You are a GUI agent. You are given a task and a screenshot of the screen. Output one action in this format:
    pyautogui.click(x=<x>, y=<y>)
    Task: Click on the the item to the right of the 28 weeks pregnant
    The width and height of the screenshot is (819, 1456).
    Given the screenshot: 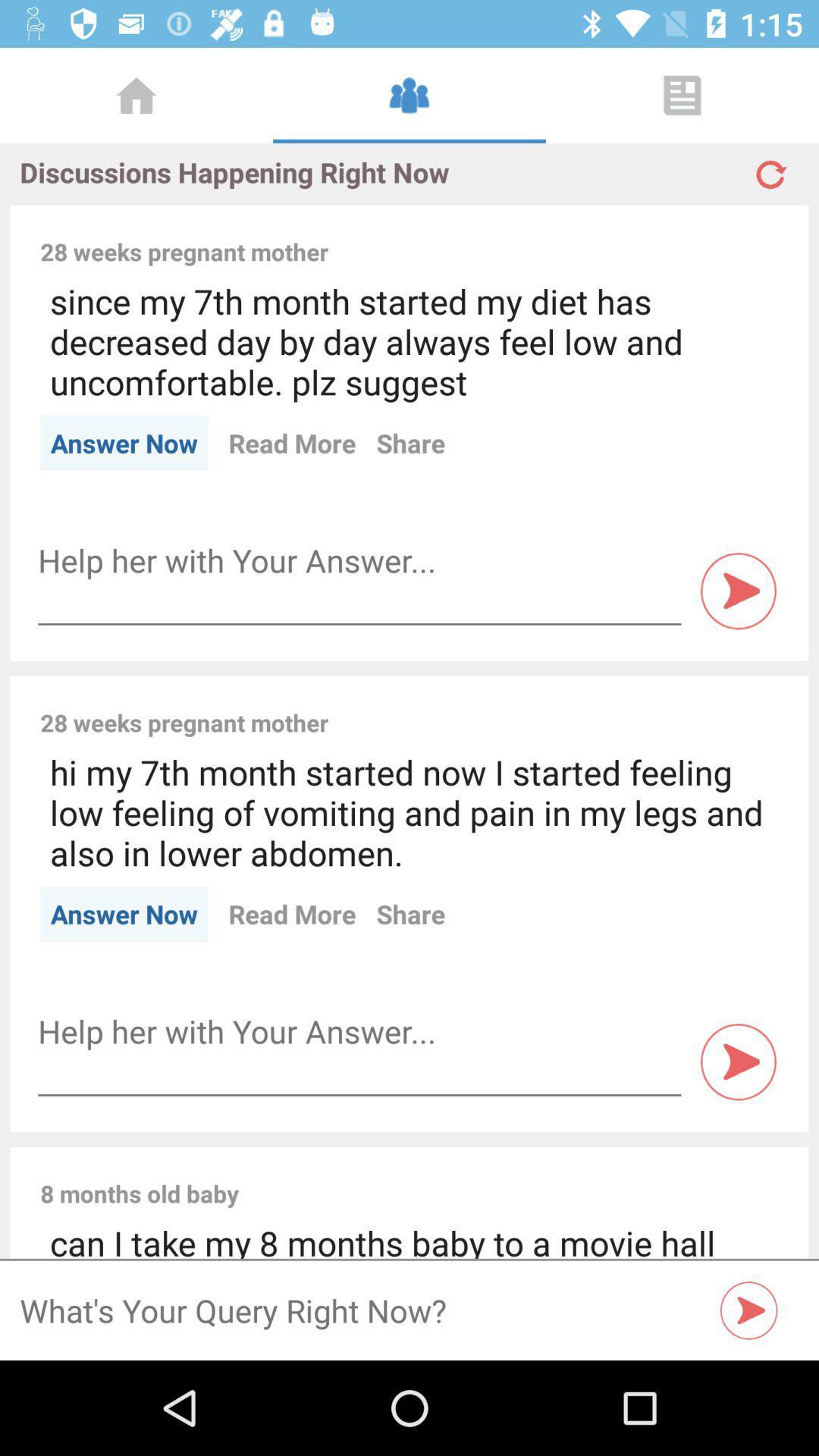 What is the action you would take?
    pyautogui.click(x=563, y=234)
    